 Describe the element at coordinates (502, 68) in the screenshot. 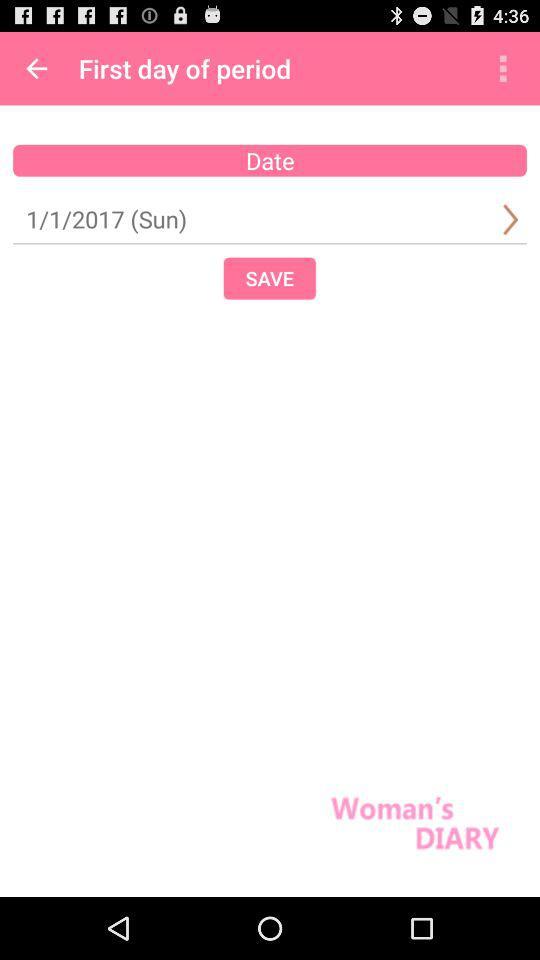

I see `the icon to the right of the first day of app` at that location.